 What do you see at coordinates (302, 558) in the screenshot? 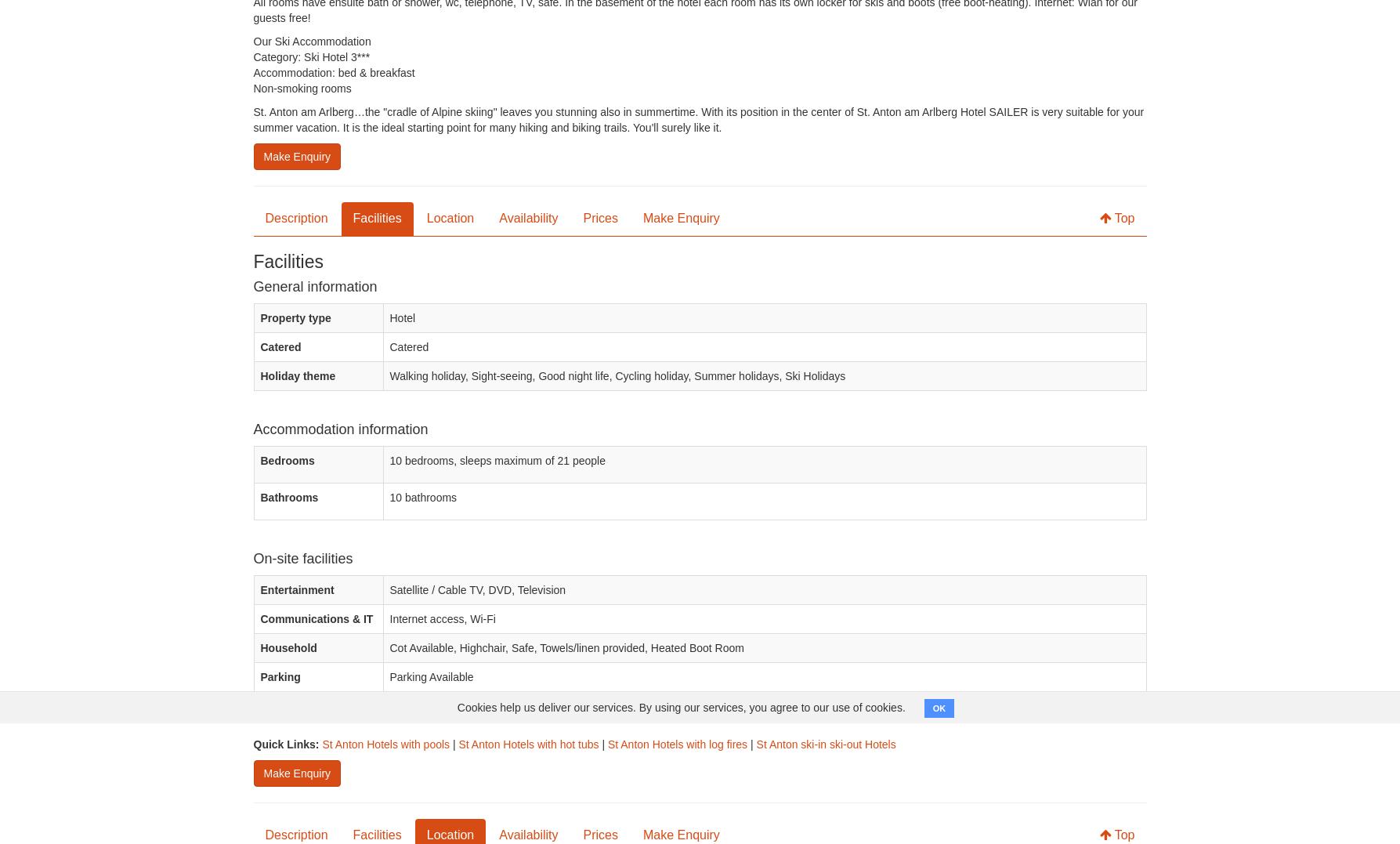
I see `'On-site facilities'` at bounding box center [302, 558].